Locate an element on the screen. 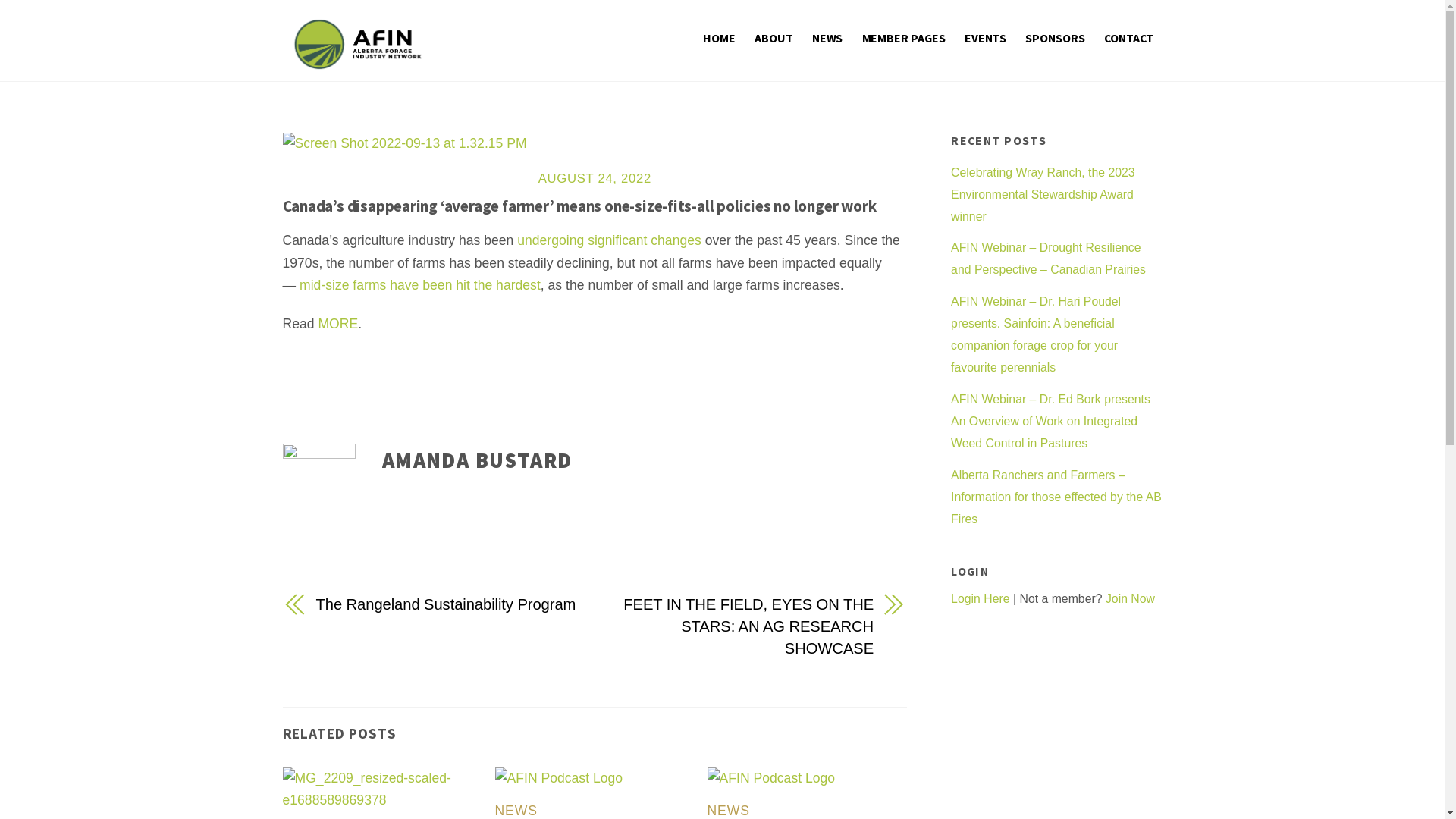 This screenshot has height=819, width=1456. 'HOME' is located at coordinates (718, 36).